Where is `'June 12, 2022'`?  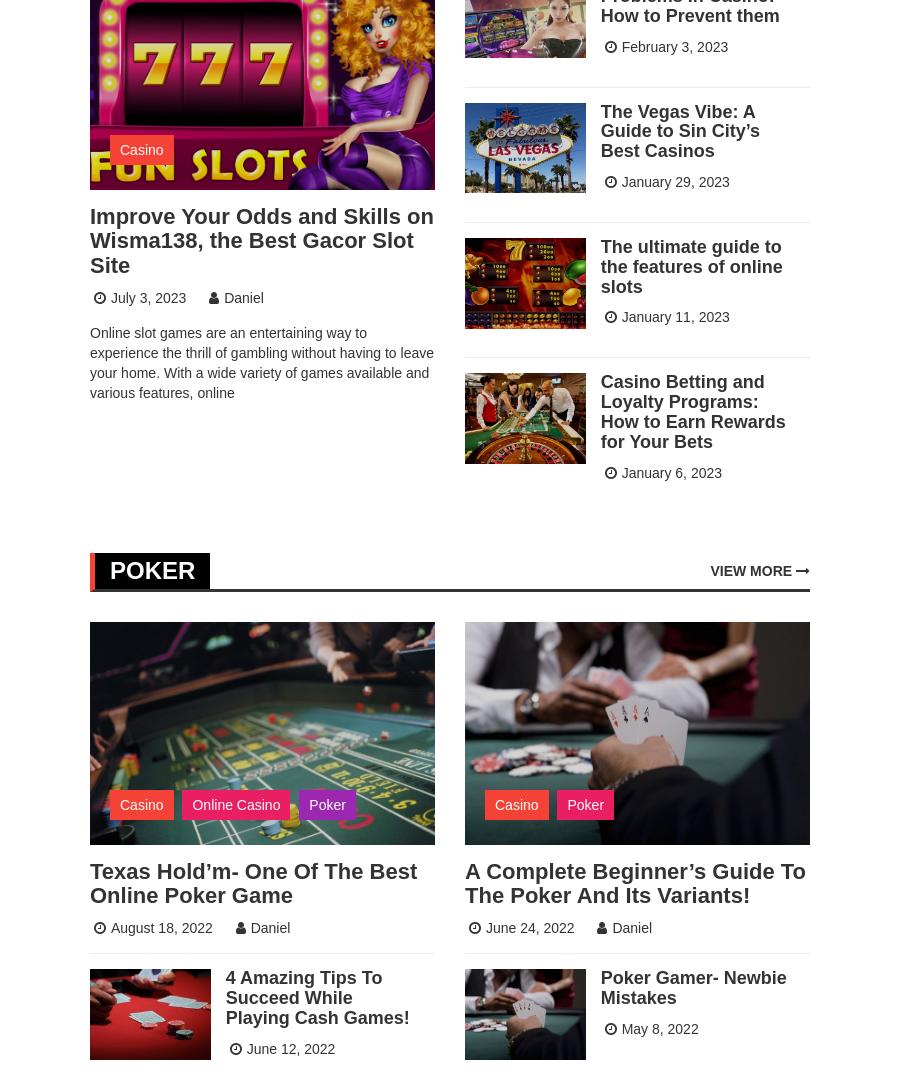 'June 12, 2022' is located at coordinates (289, 1048).